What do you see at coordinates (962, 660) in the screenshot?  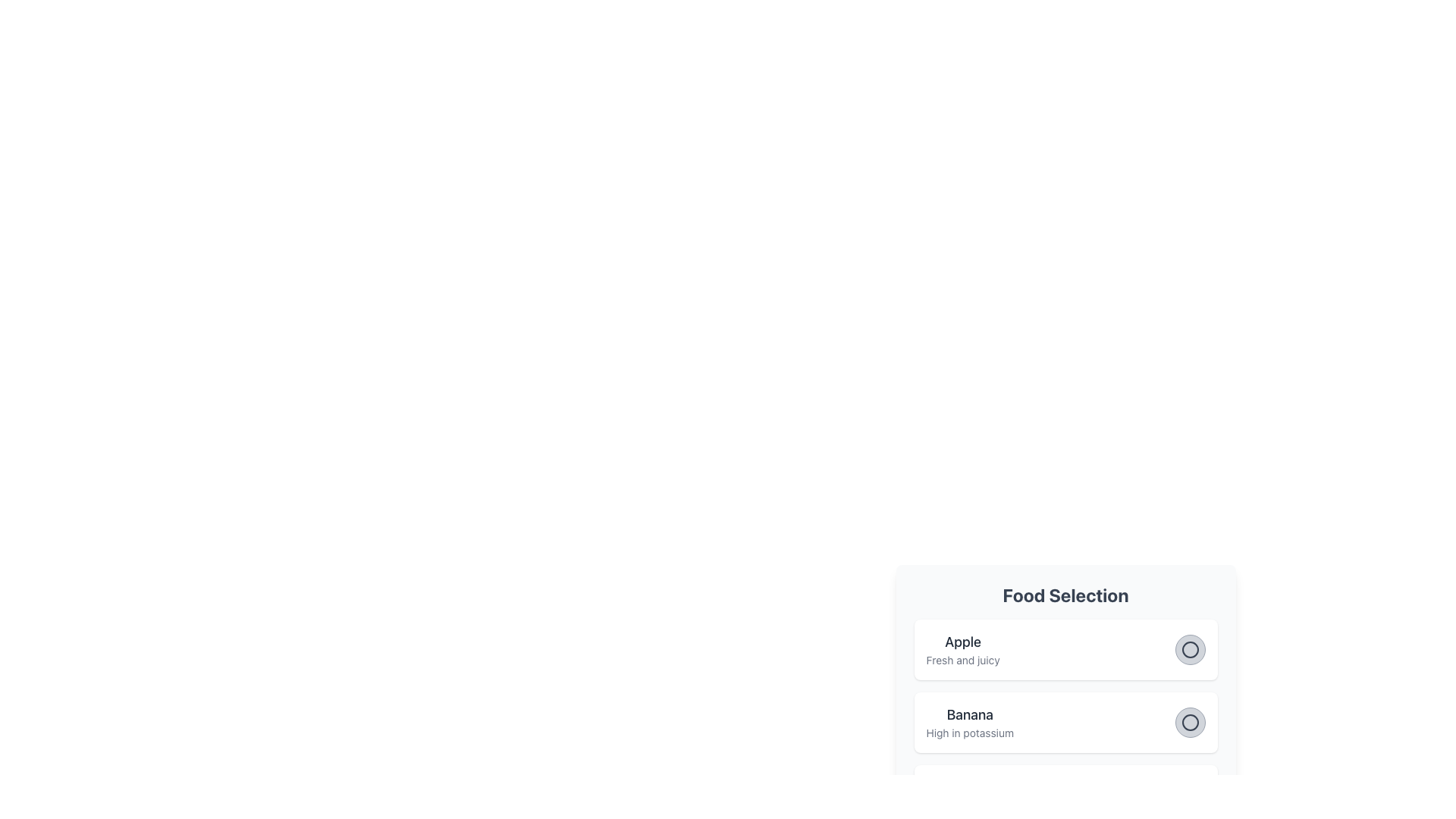 I see `text content of the text label that reads 'Fresh and juicy' located below the 'Apple' label in the food selection interface` at bounding box center [962, 660].